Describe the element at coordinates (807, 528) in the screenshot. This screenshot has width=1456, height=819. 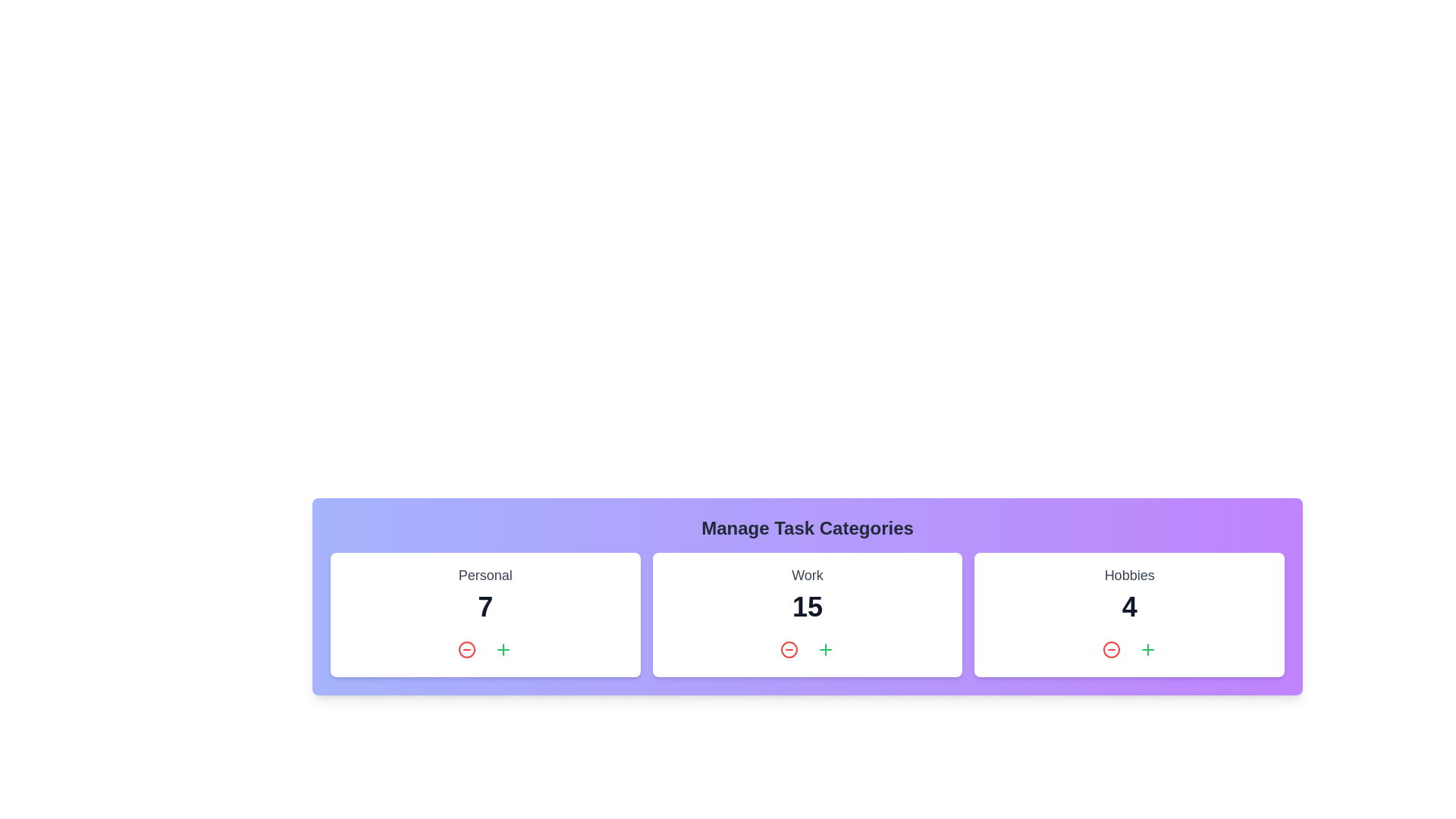
I see `the title 'Manage Task Categories'` at that location.